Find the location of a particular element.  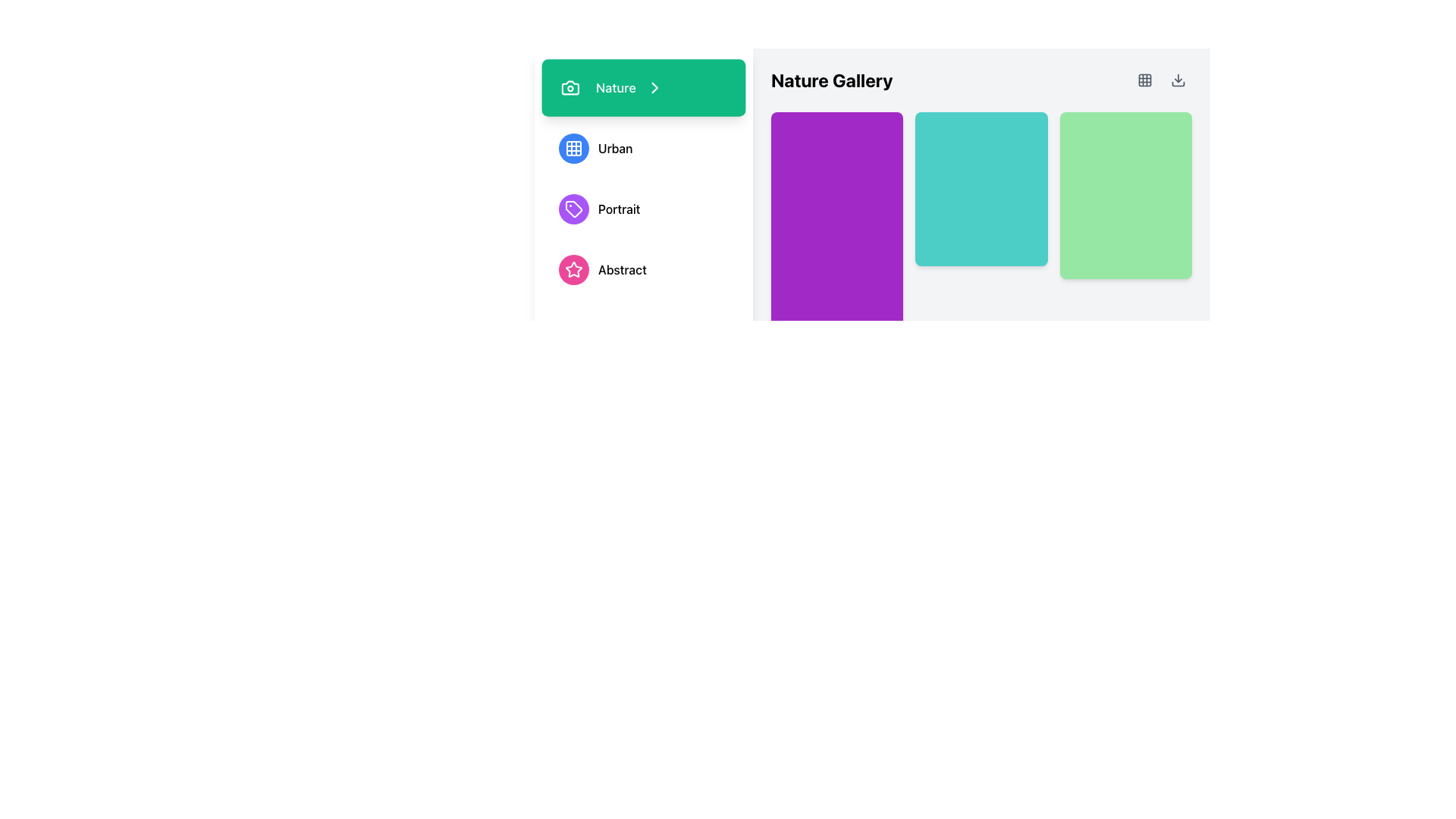

the 'Nature' button located in the left navigation section, which contains a minimalist camera icon and a right-pointing arrow is located at coordinates (570, 87).